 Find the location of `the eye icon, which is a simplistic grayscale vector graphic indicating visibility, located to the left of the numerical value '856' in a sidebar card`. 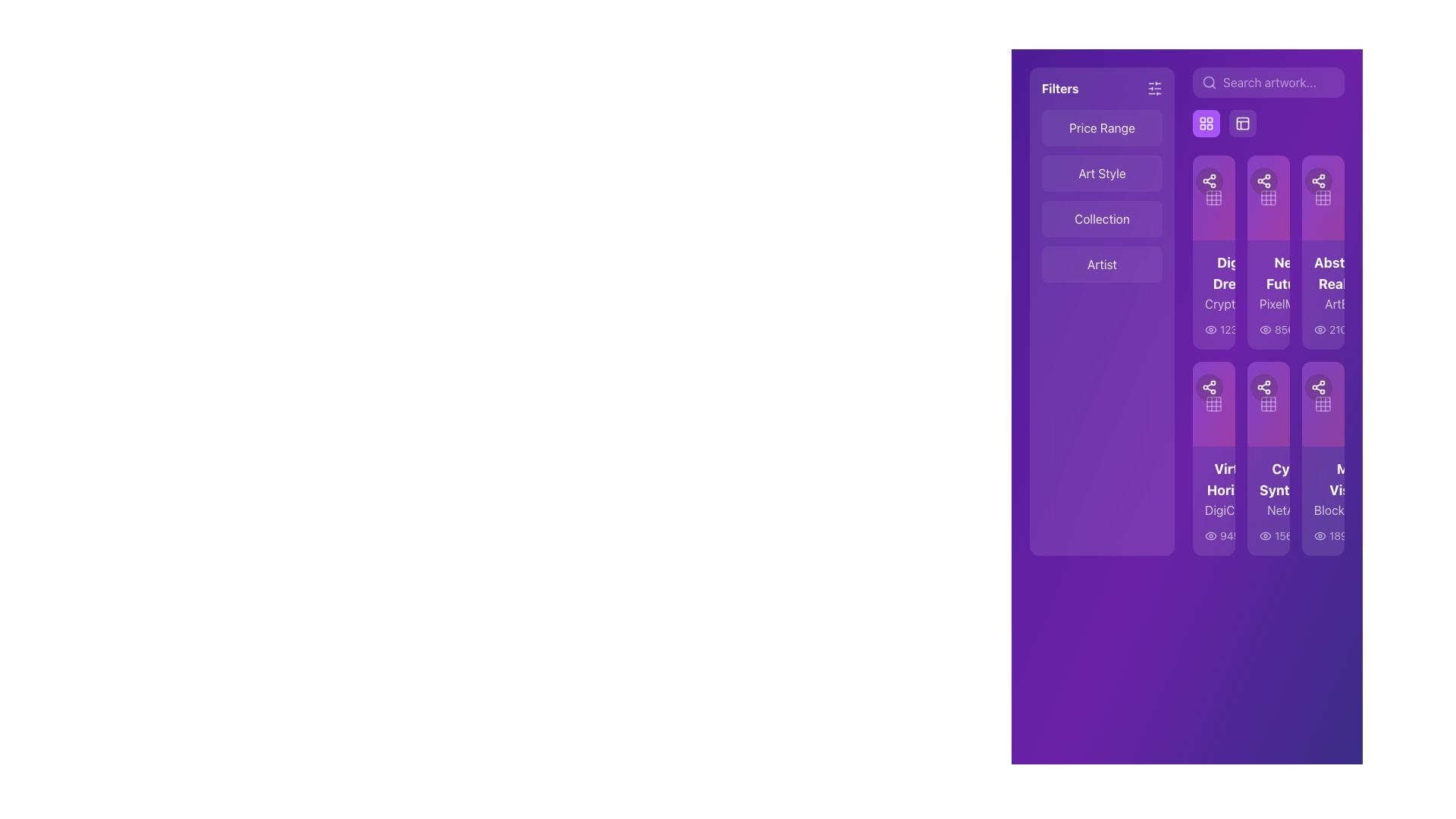

the eye icon, which is a simplistic grayscale vector graphic indicating visibility, located to the left of the numerical value '856' in a sidebar card is located at coordinates (1266, 329).